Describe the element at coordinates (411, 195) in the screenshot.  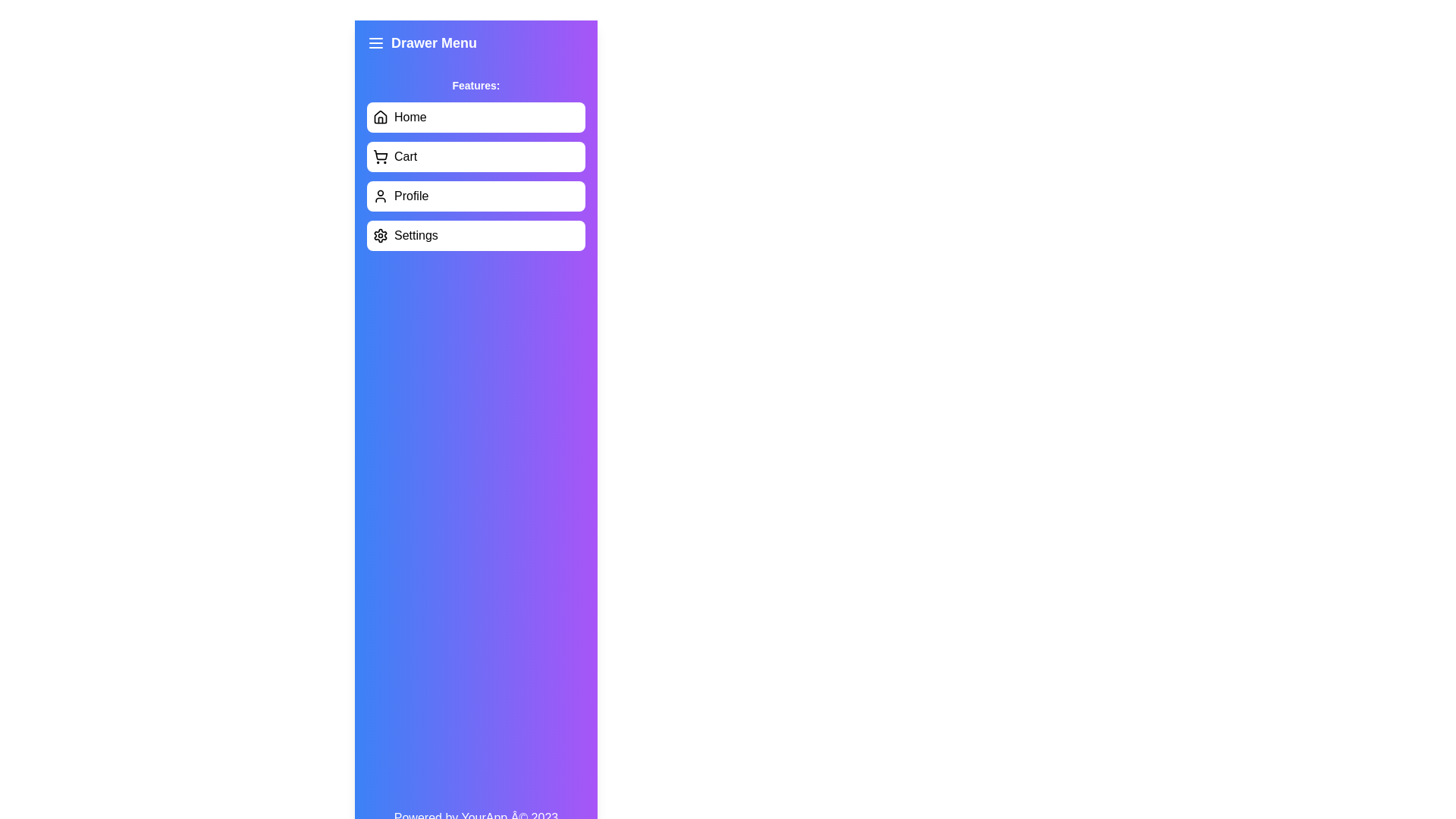
I see `the 'Profile' text label` at that location.